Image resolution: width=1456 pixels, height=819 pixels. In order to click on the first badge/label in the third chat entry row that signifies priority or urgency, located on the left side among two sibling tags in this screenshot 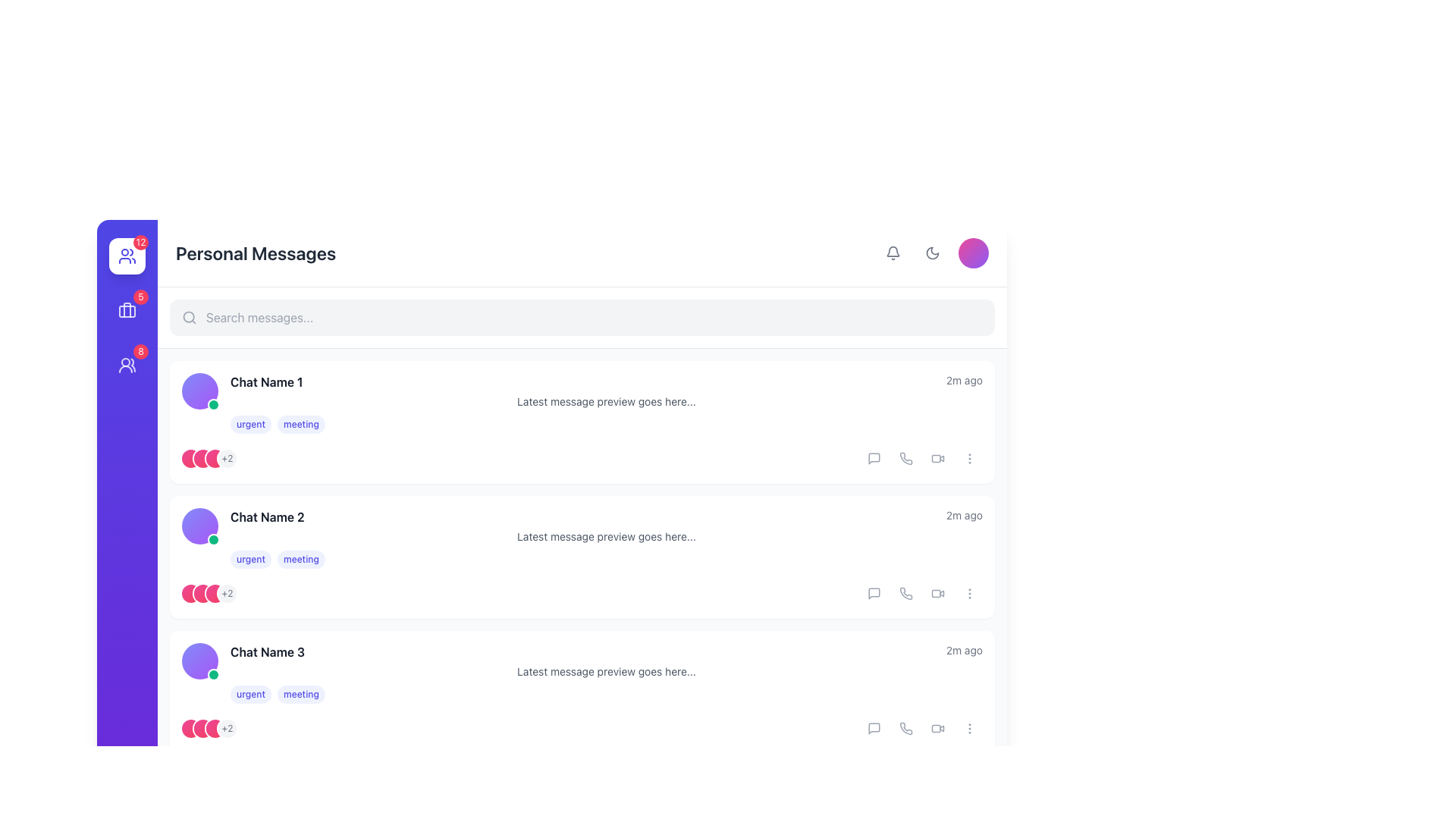, I will do `click(251, 694)`.